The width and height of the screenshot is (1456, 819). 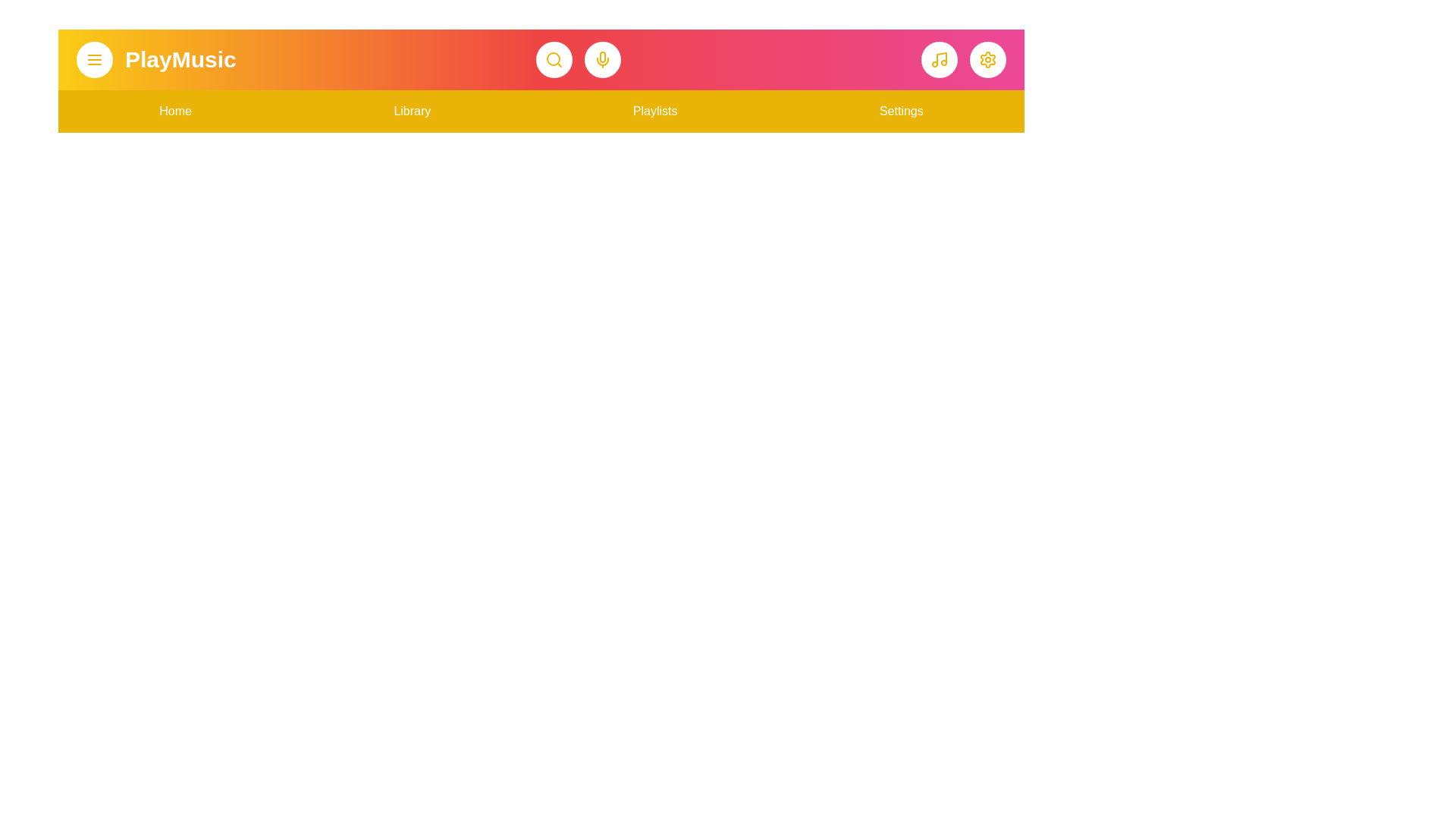 What do you see at coordinates (93, 58) in the screenshot?
I see `the menu button to toggle the menu visibility` at bounding box center [93, 58].